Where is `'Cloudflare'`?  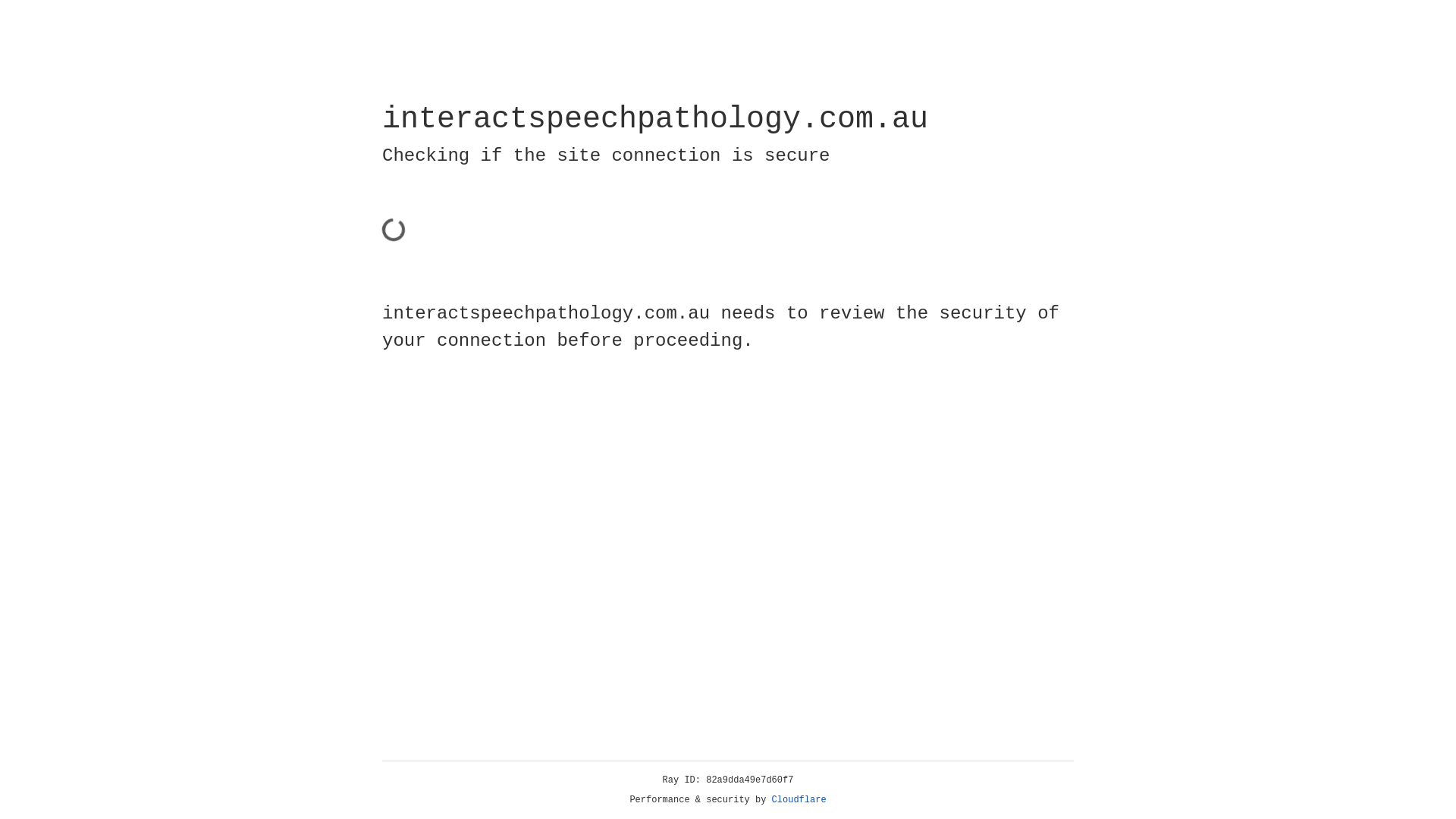
'Cloudflare' is located at coordinates (771, 799).